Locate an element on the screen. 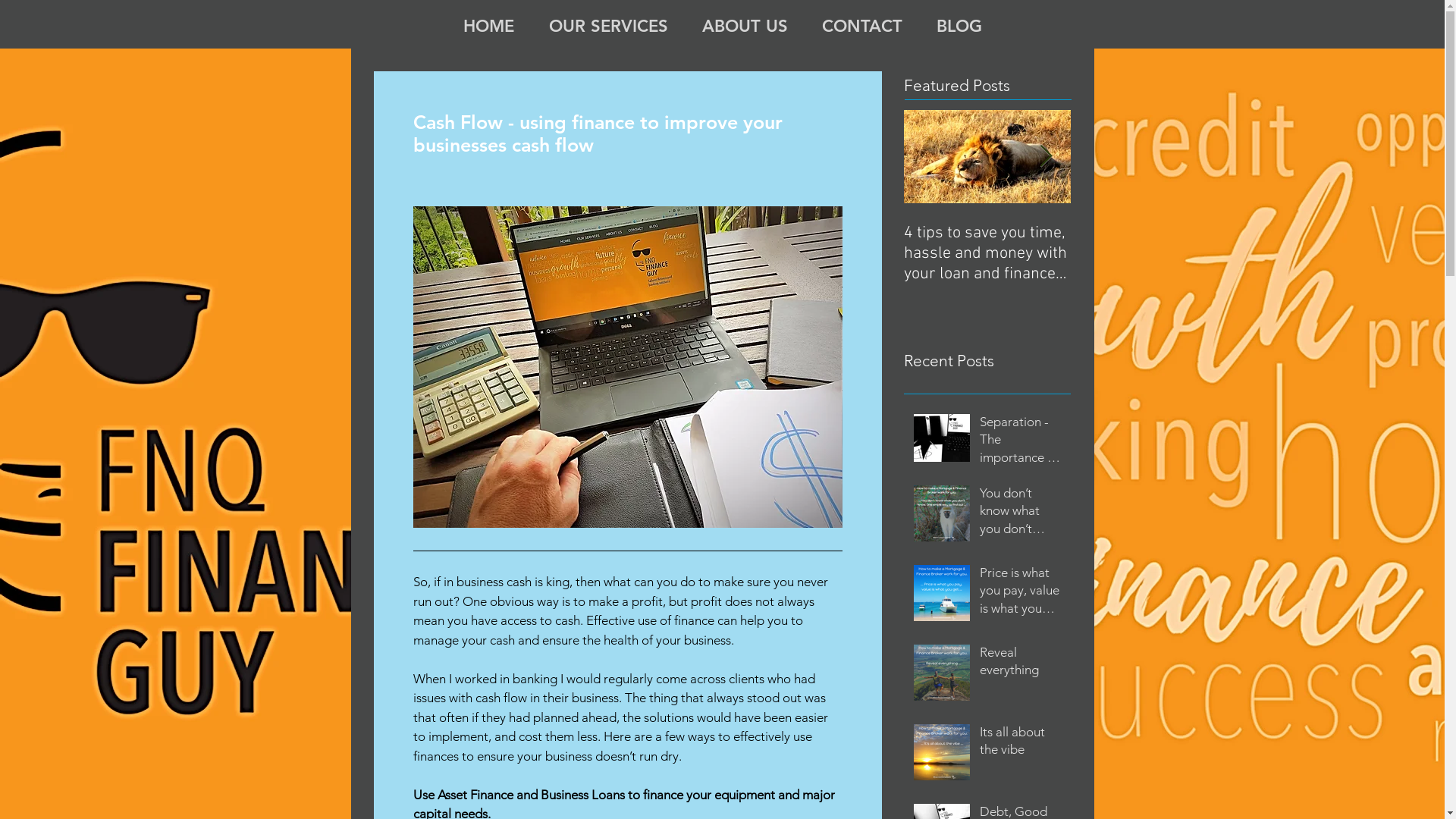 The width and height of the screenshot is (1456, 819). 'ABOUT US' is located at coordinates (745, 24).